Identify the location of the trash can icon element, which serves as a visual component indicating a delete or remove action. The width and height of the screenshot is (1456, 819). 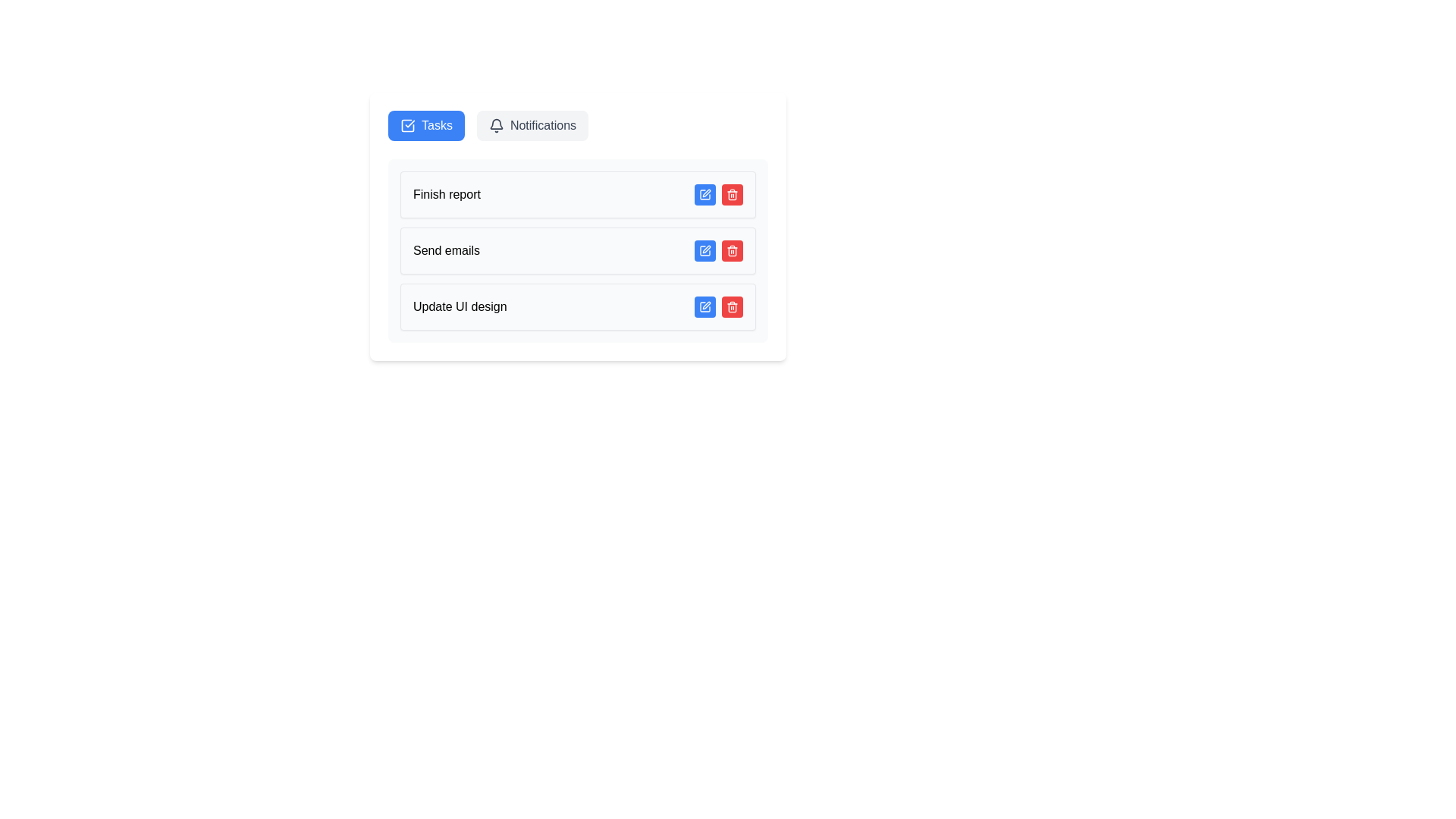
(732, 307).